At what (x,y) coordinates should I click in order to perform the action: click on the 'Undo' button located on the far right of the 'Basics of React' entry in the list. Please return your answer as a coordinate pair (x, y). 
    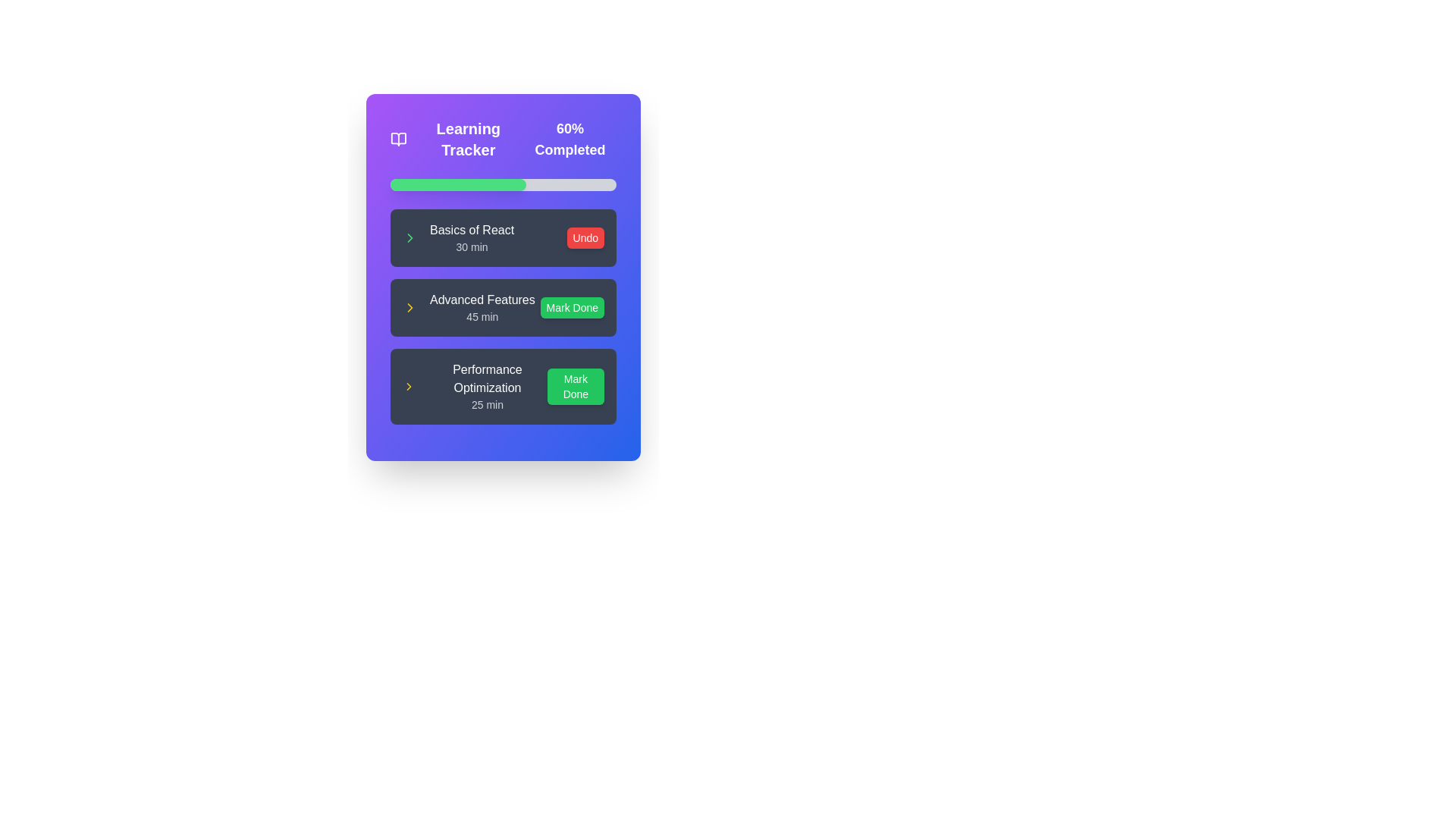
    Looking at the image, I should click on (585, 237).